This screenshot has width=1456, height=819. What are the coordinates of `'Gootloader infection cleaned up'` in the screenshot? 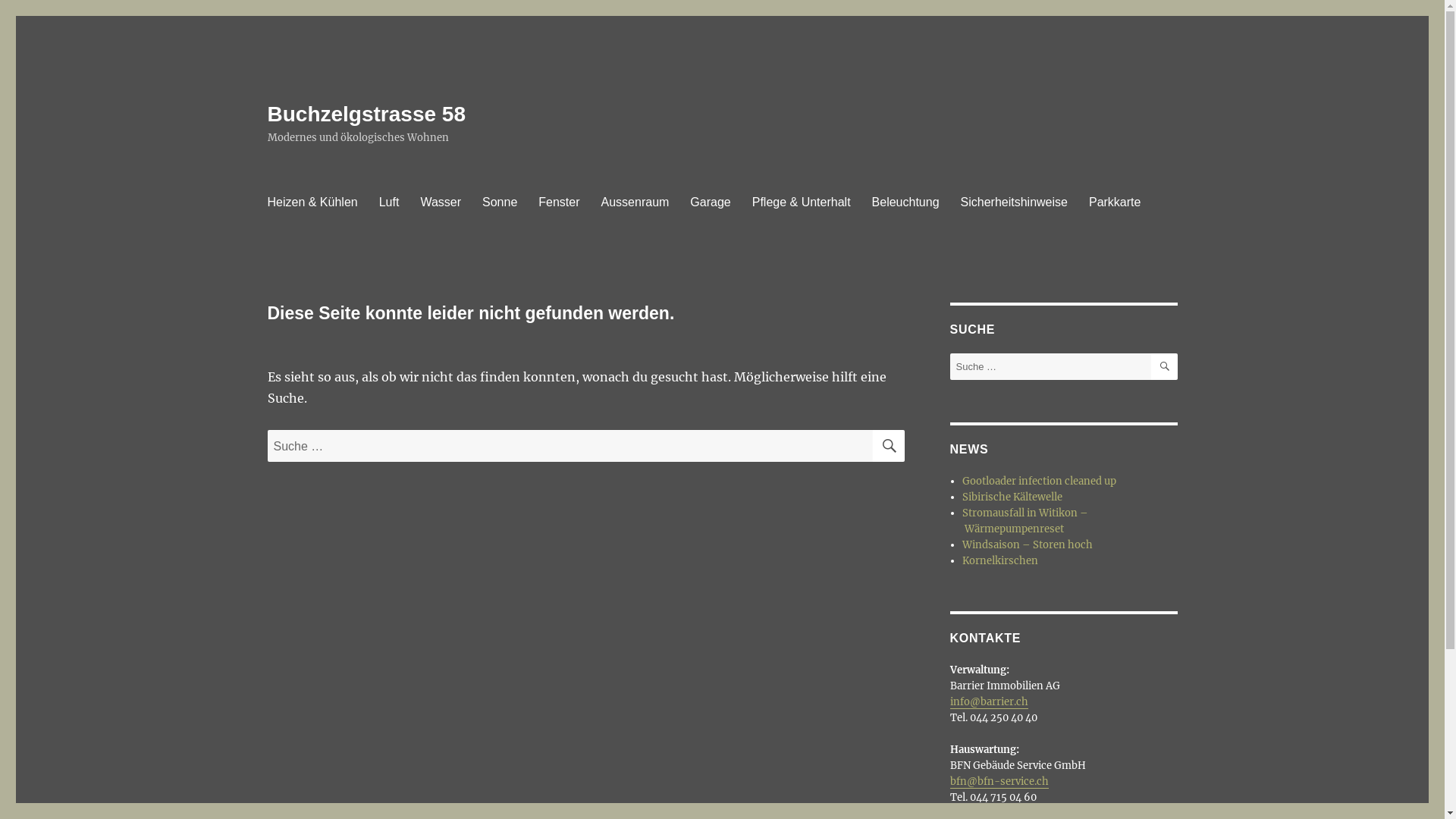 It's located at (1038, 481).